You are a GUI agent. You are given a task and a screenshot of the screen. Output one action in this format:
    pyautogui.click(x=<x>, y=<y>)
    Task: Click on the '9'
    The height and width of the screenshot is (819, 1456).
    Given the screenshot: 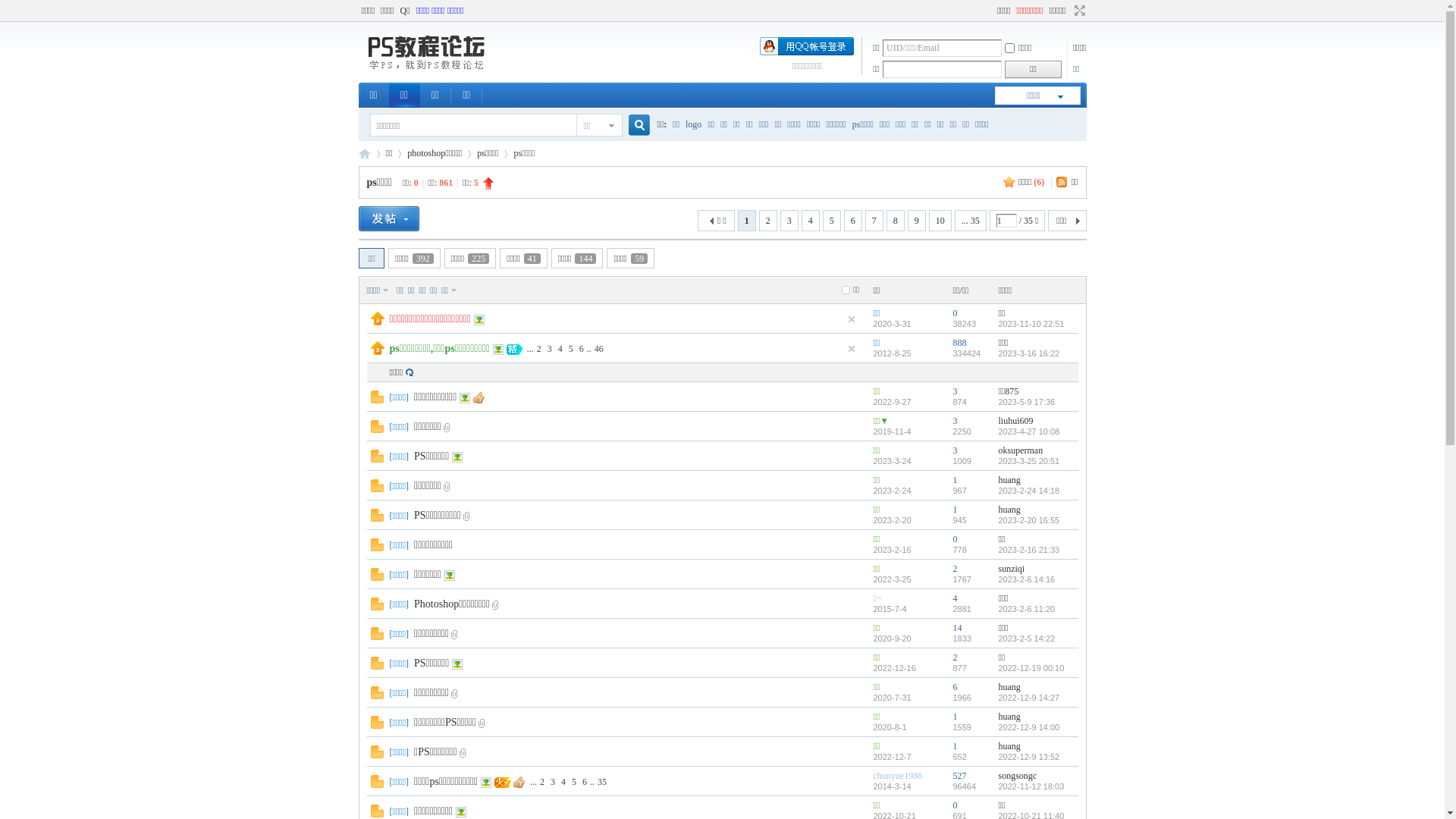 What is the action you would take?
    pyautogui.click(x=916, y=220)
    